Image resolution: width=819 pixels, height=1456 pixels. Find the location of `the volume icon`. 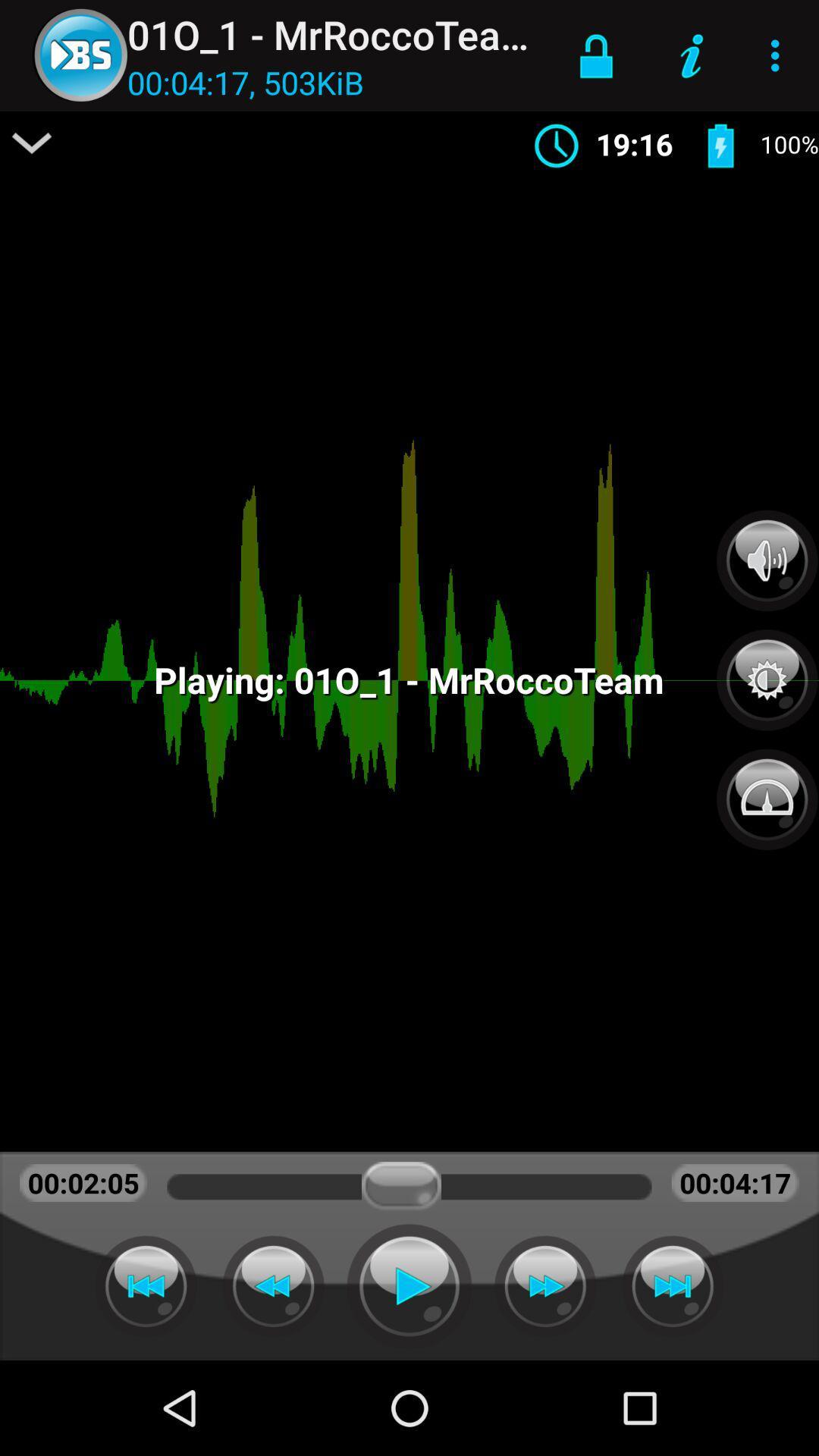

the volume icon is located at coordinates (767, 560).